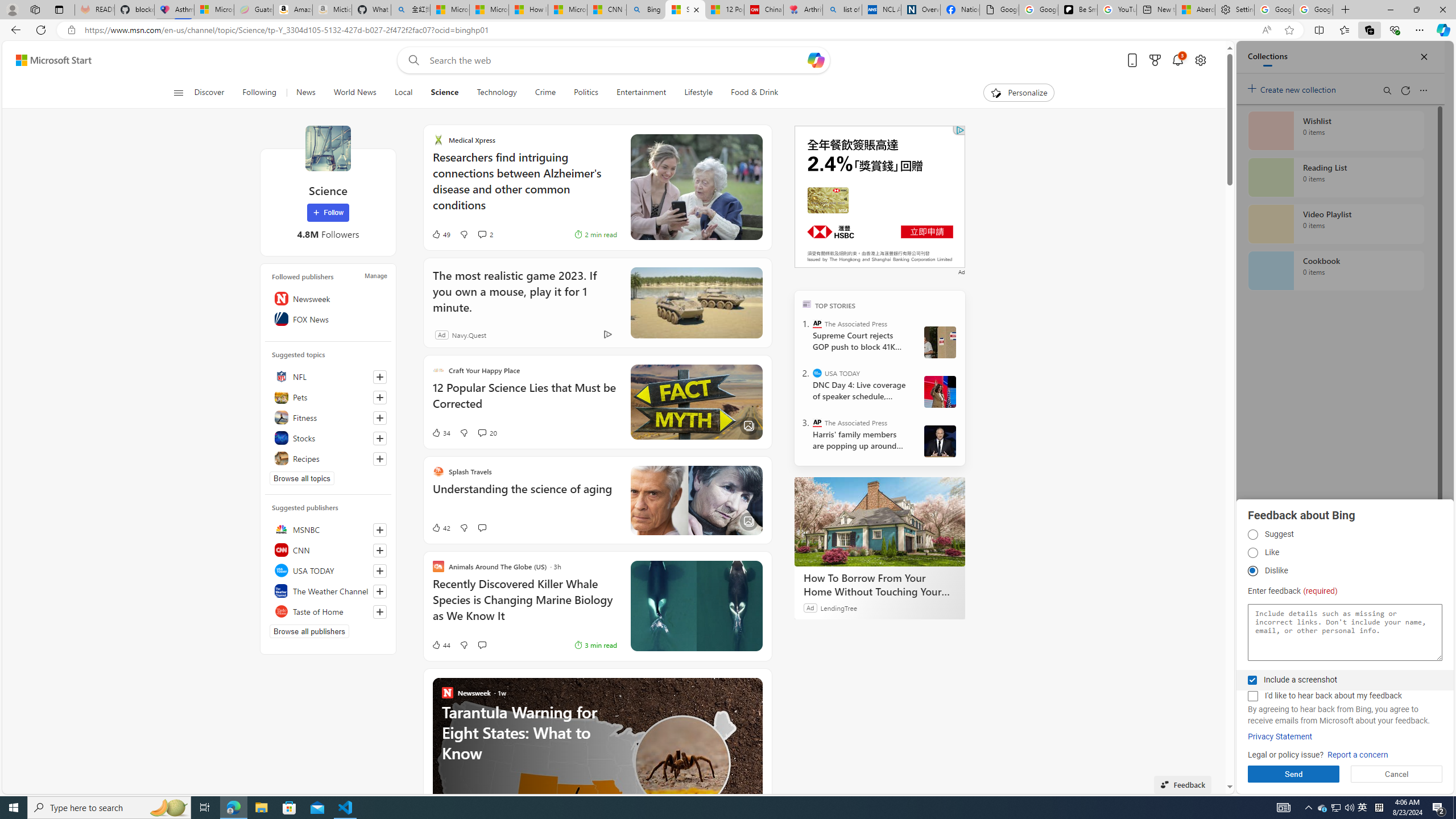  I want to click on 'AutomationID: fbpgdgtp3', so click(1252, 570).